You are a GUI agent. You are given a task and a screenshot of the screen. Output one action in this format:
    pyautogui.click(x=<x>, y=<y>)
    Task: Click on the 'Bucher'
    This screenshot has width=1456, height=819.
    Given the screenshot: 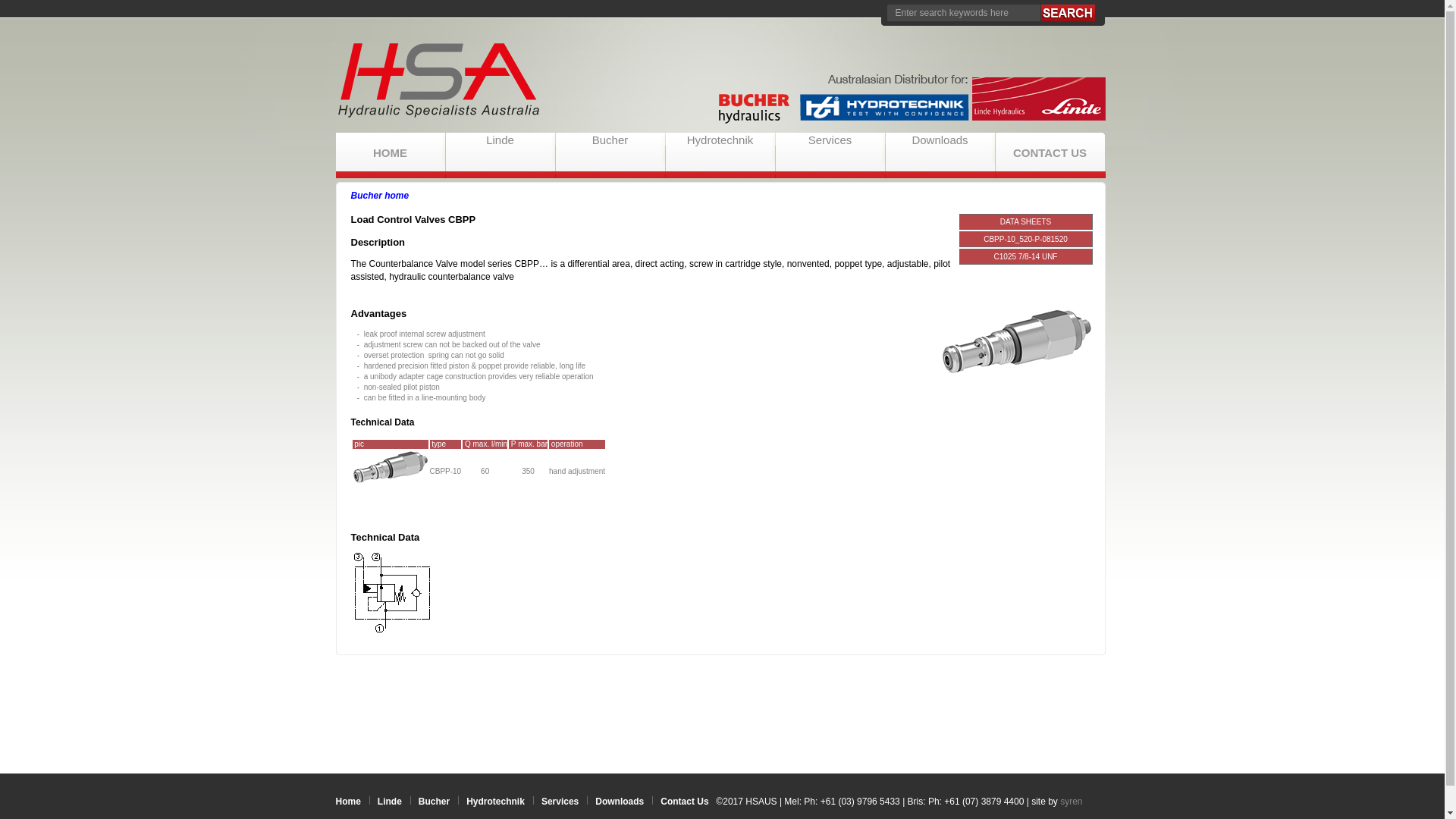 What is the action you would take?
    pyautogui.click(x=419, y=800)
    